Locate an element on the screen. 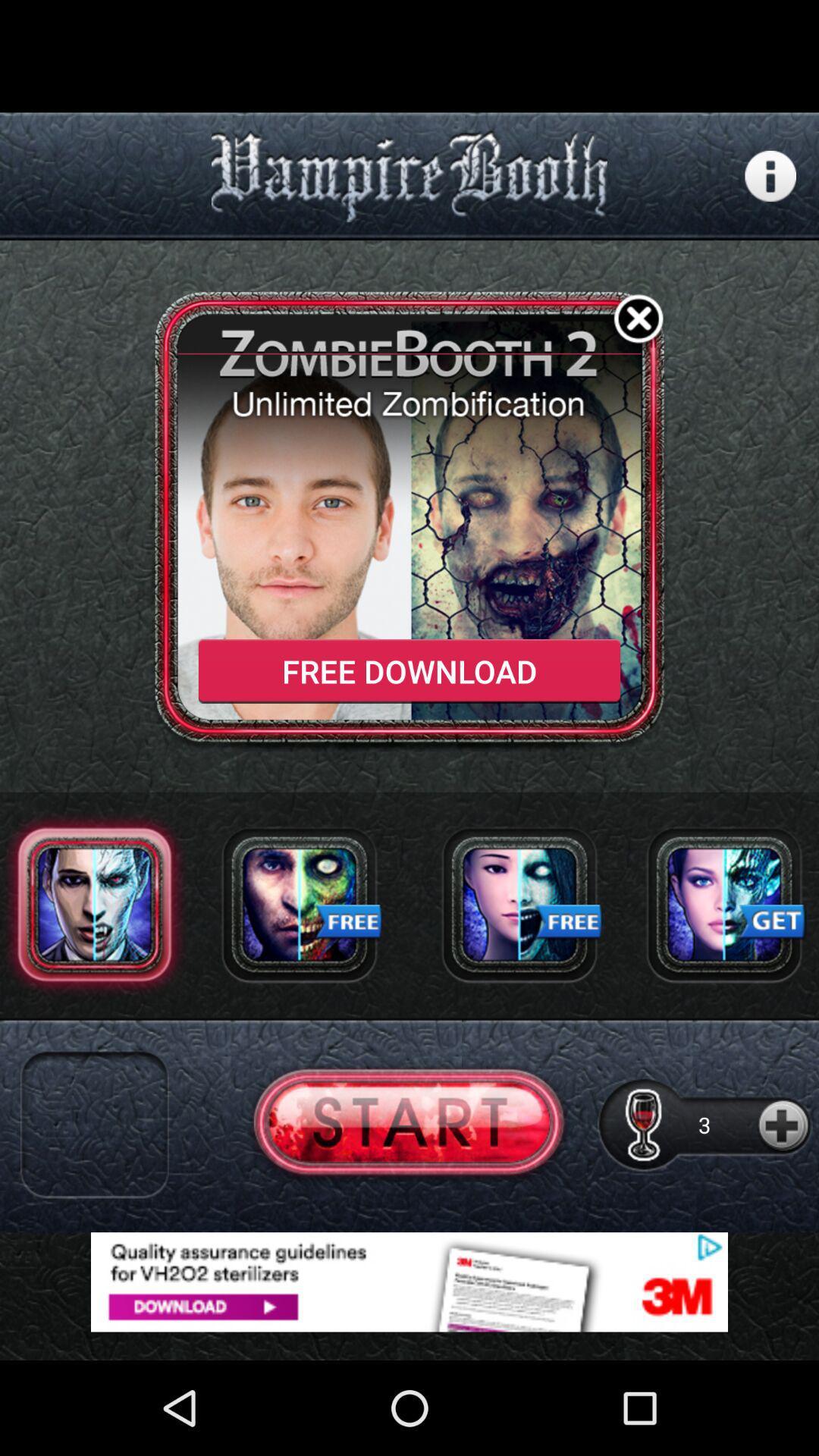  empty box is located at coordinates (94, 1125).